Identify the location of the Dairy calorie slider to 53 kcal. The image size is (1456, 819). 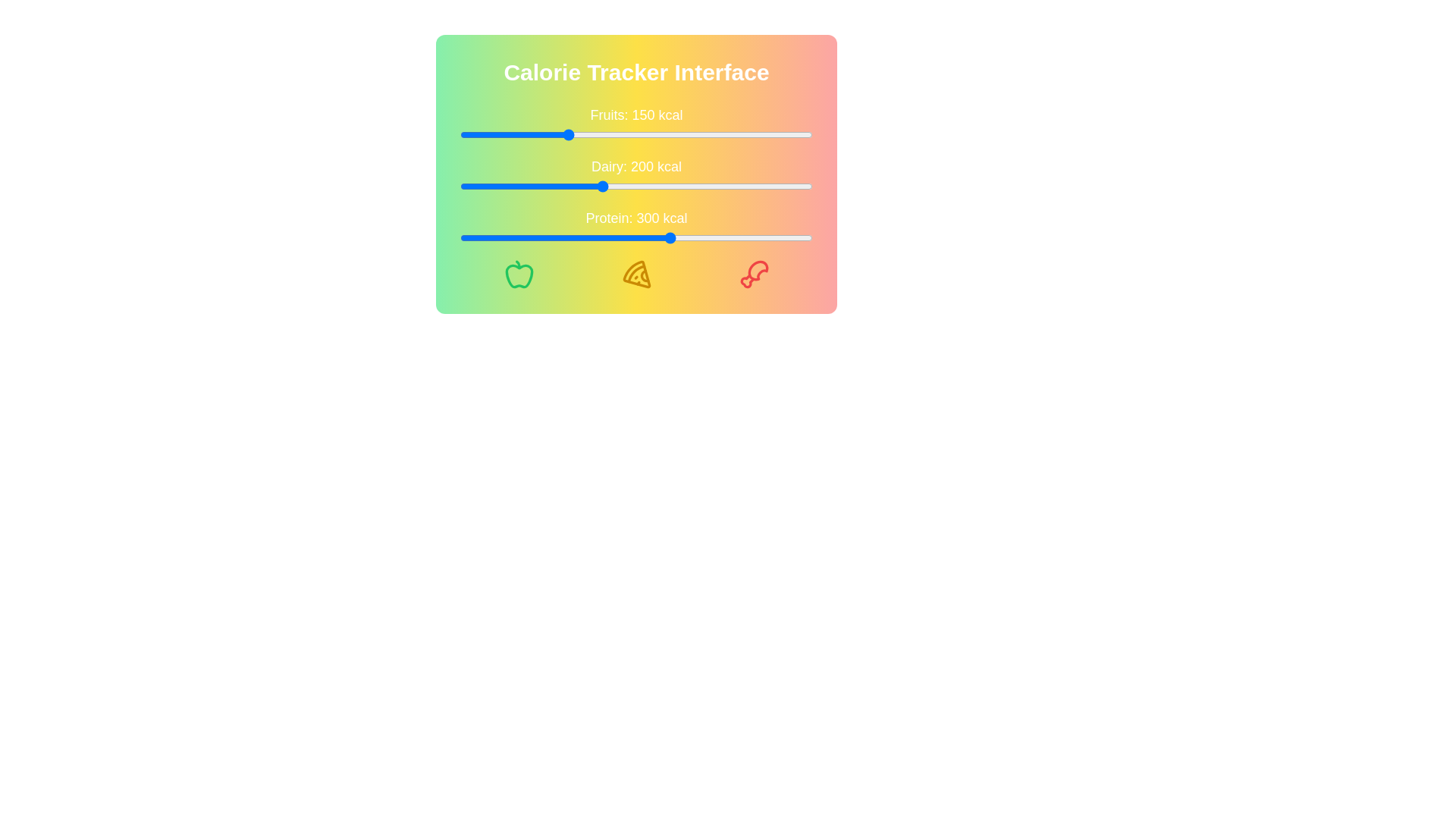
(497, 186).